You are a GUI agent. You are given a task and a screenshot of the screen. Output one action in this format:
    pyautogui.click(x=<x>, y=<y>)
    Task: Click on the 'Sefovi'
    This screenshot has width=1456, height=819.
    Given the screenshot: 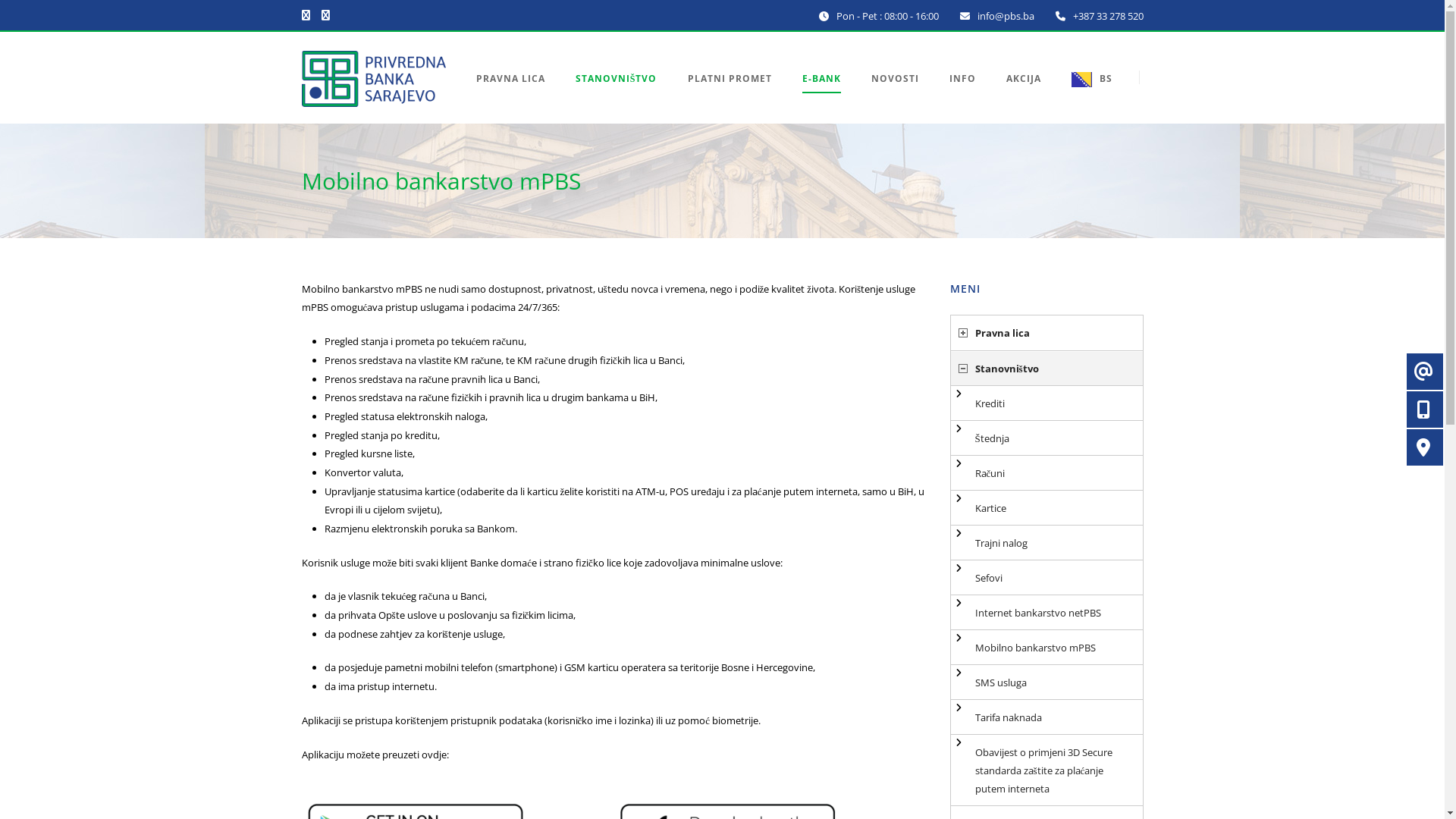 What is the action you would take?
    pyautogui.click(x=1046, y=578)
    